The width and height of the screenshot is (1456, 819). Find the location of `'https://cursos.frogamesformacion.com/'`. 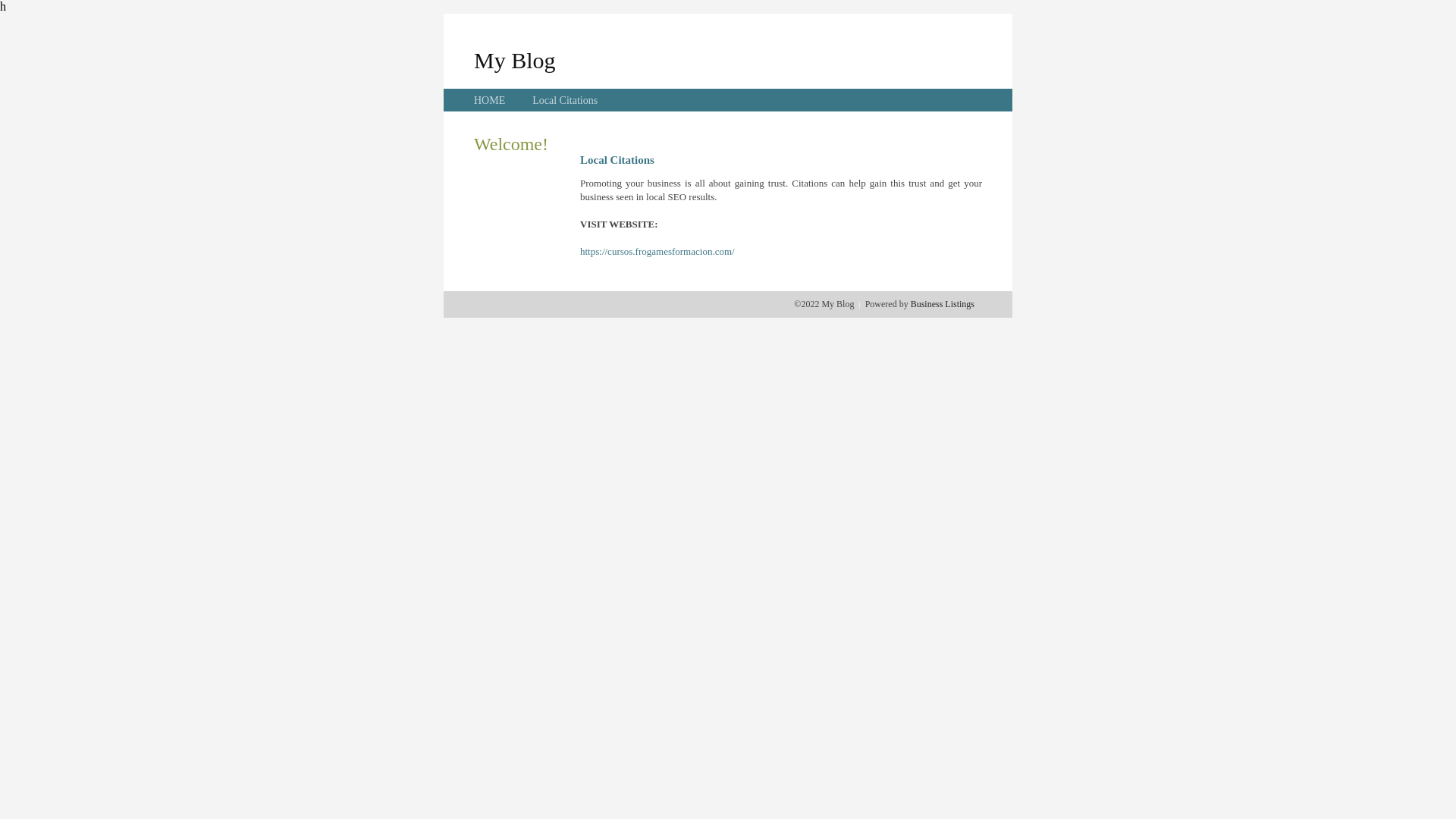

'https://cursos.frogamesformacion.com/' is located at coordinates (657, 250).